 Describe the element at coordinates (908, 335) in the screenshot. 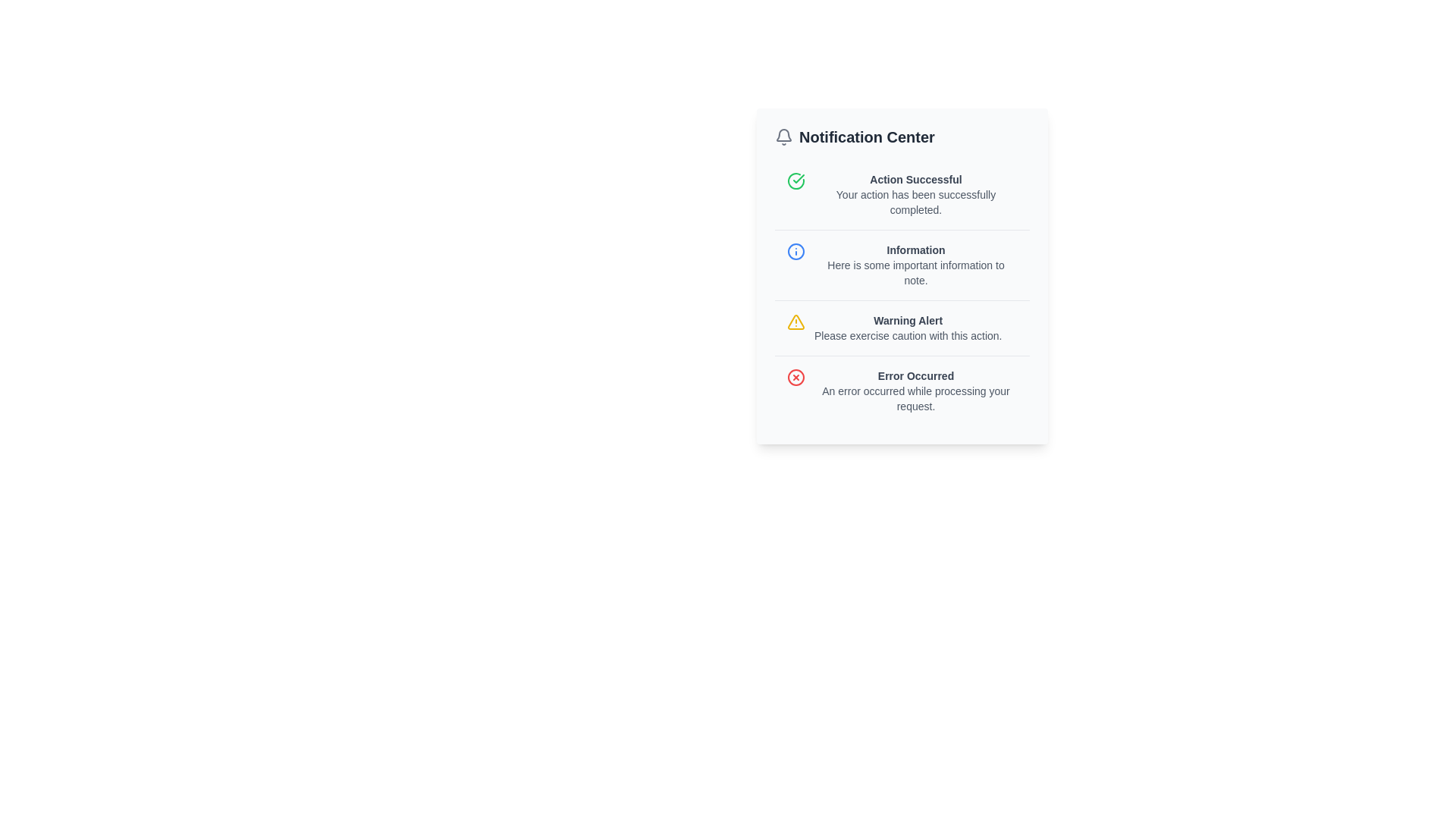

I see `the text element that reads 'Please exercise caution with this action.' which is styled in a small light gray font and located below the 'Warning Alert' text` at that location.